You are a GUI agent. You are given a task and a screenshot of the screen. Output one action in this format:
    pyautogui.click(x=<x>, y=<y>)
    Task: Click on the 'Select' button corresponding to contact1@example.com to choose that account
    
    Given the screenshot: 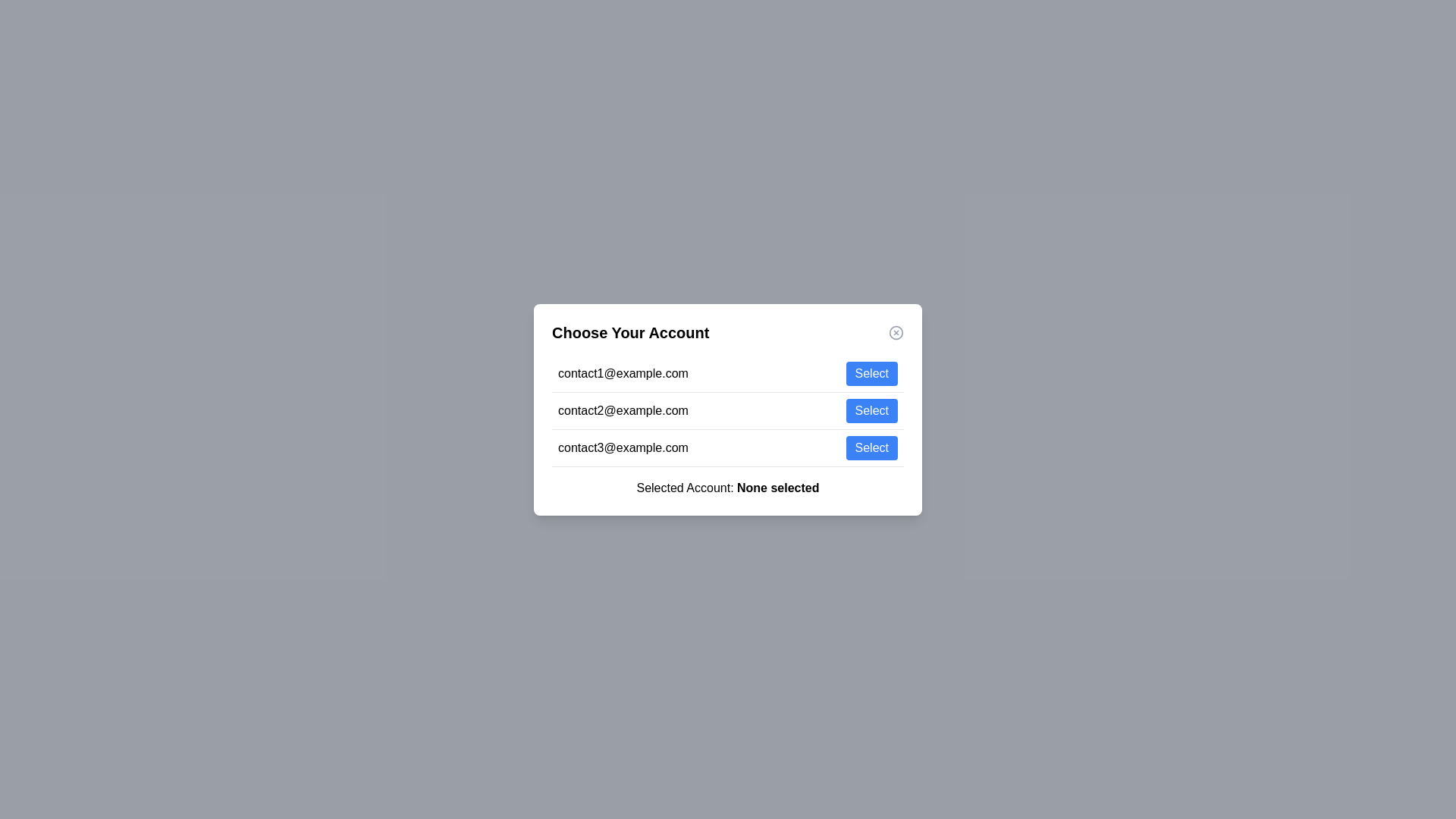 What is the action you would take?
    pyautogui.click(x=871, y=373)
    